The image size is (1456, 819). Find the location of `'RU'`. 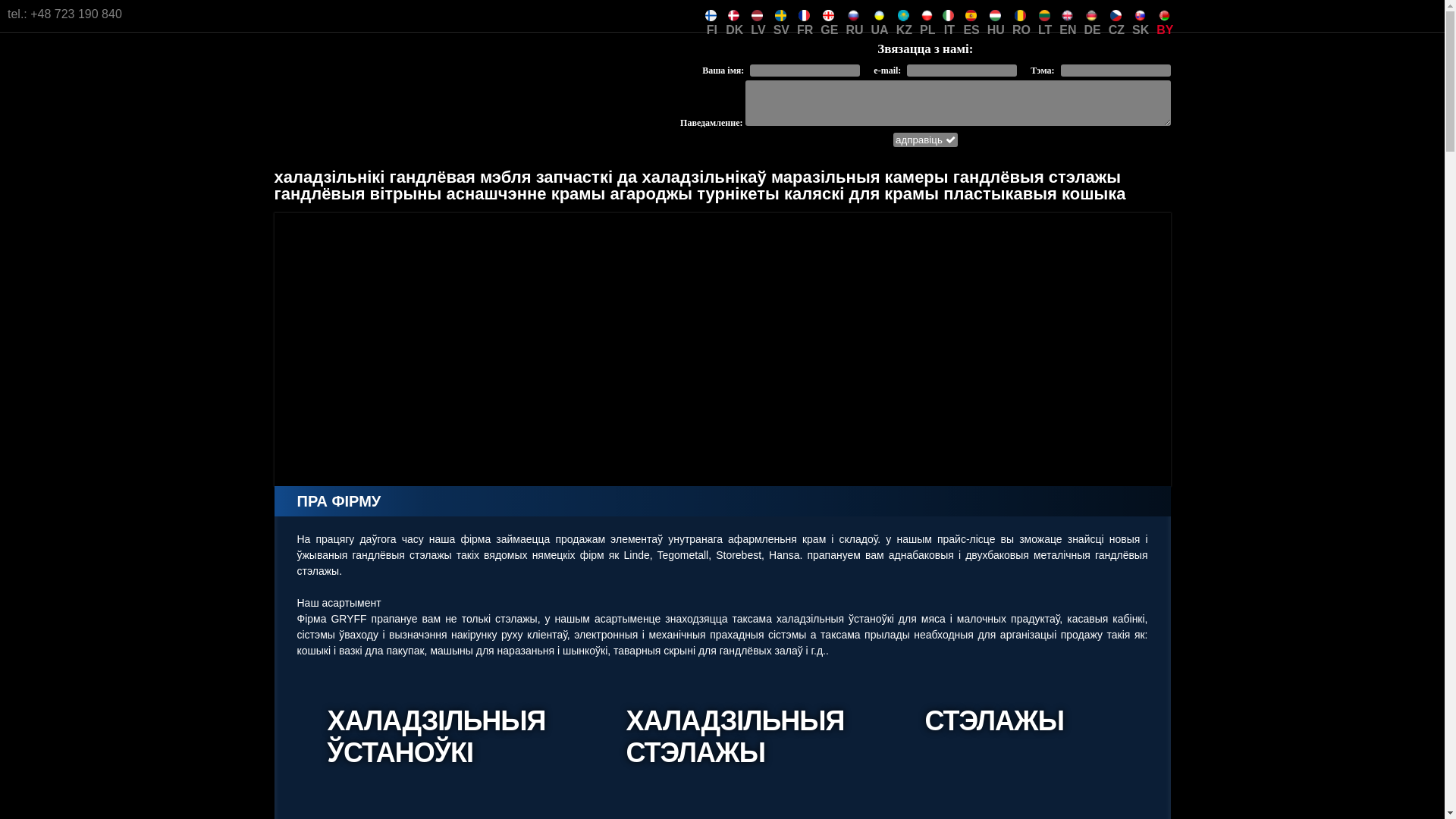

'RU' is located at coordinates (854, 14).